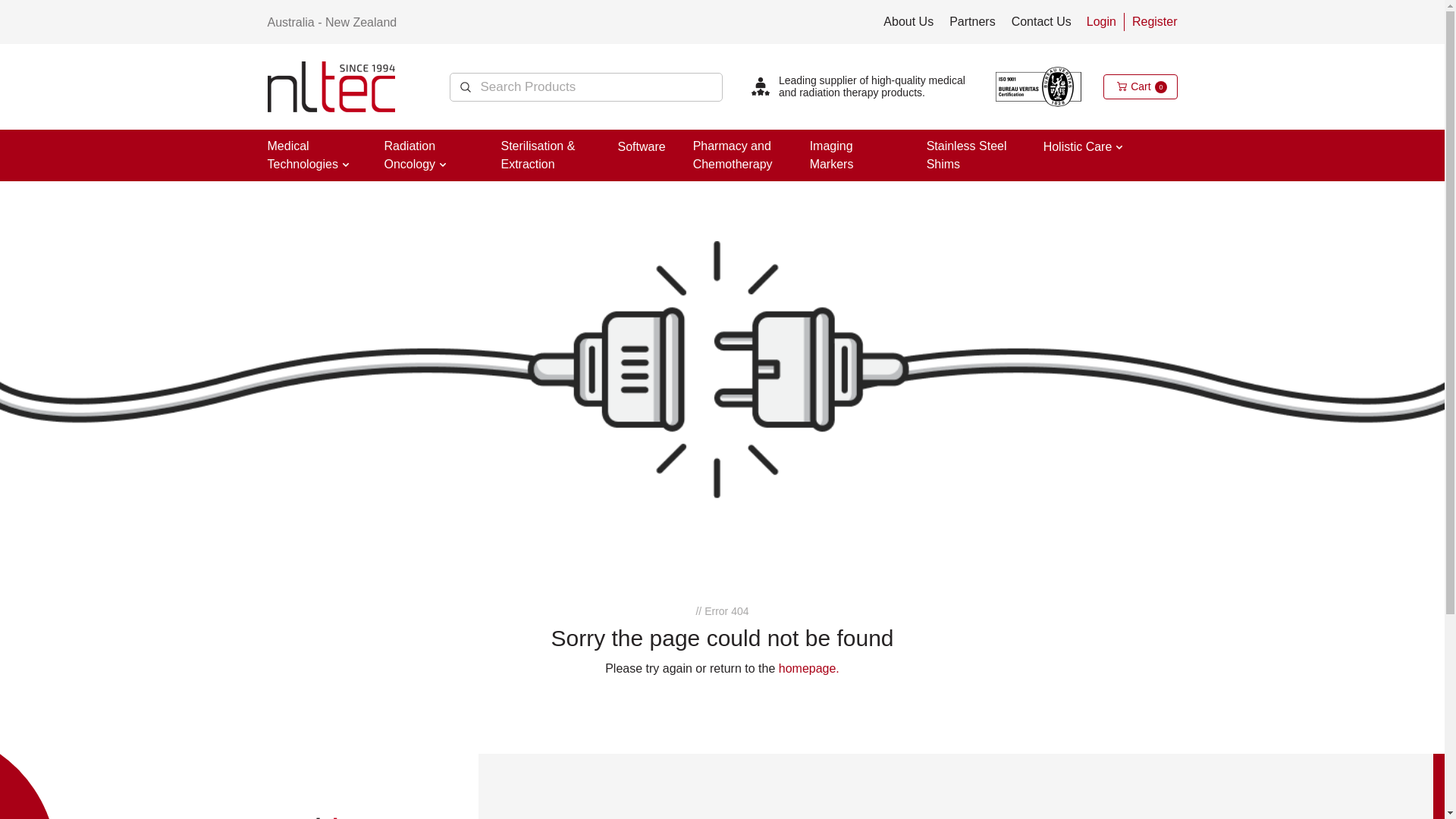 The width and height of the screenshot is (1456, 819). Describe the element at coordinates (538, 155) in the screenshot. I see `'Sterilisation & Extraction'` at that location.